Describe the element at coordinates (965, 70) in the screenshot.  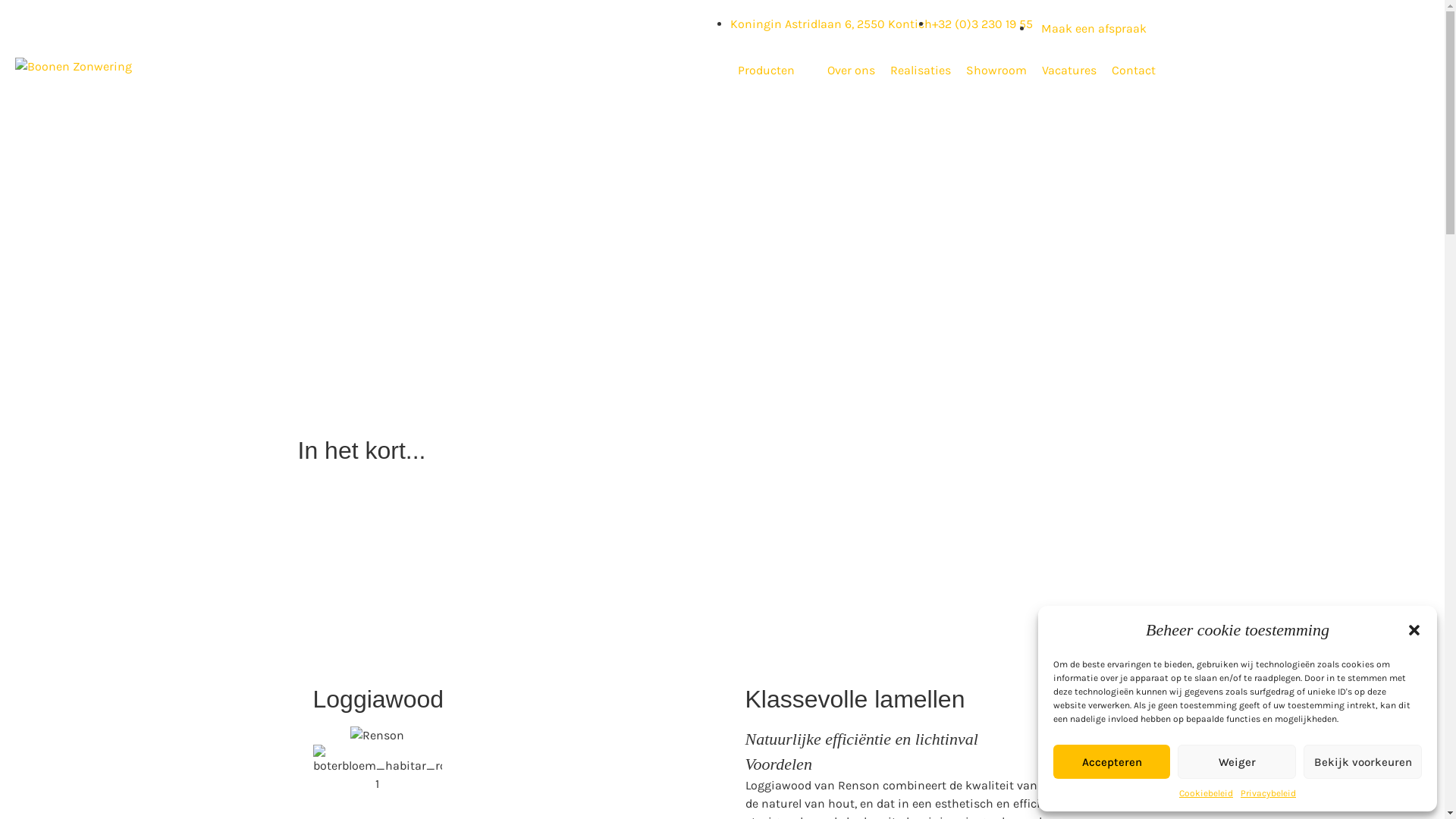
I see `'Showroom'` at that location.